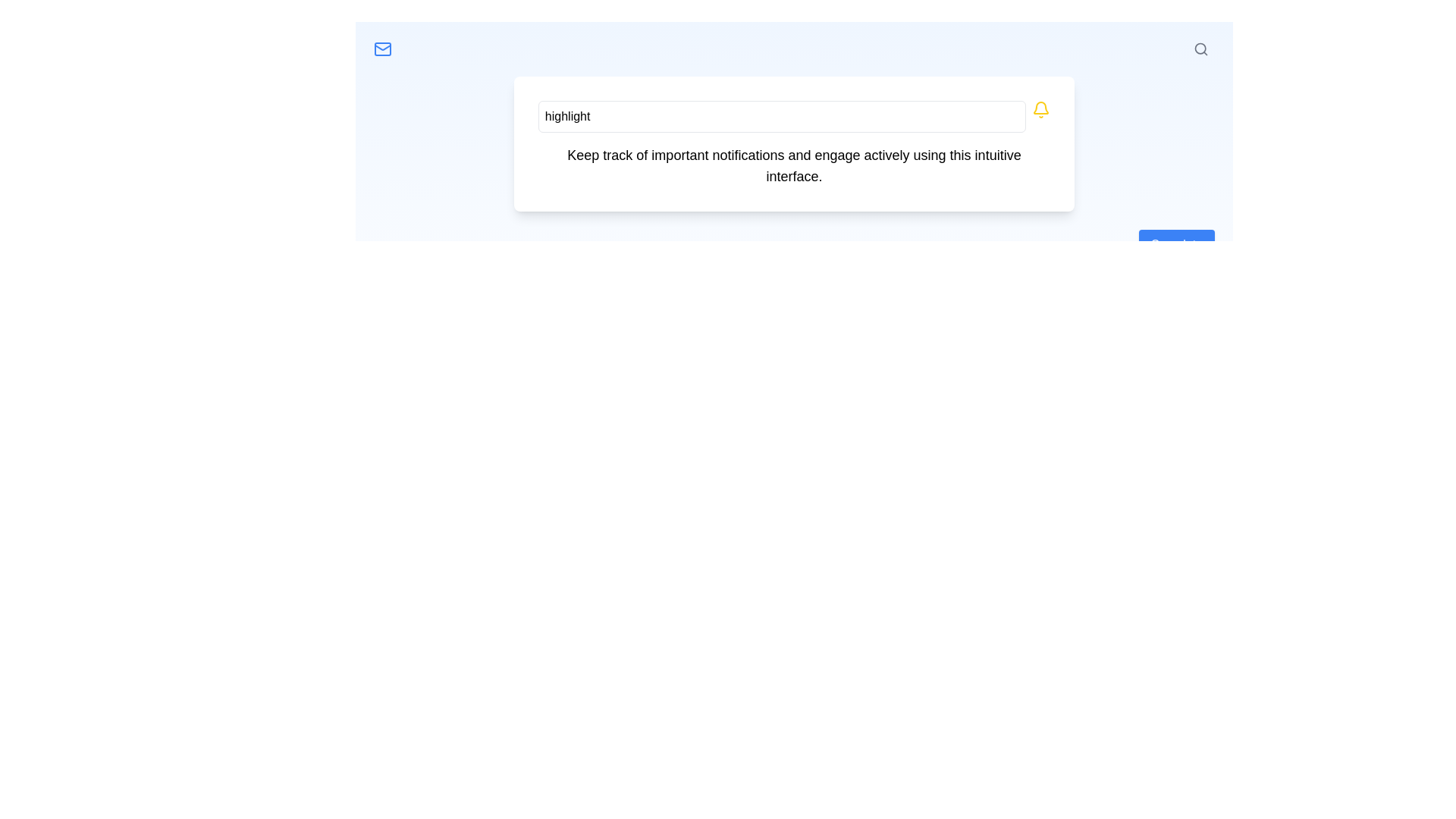 The height and width of the screenshot is (819, 1456). What do you see at coordinates (382, 49) in the screenshot?
I see `the decorative graphical element representing the body of an envelope icon, located near the top-left corner of the interface` at bounding box center [382, 49].